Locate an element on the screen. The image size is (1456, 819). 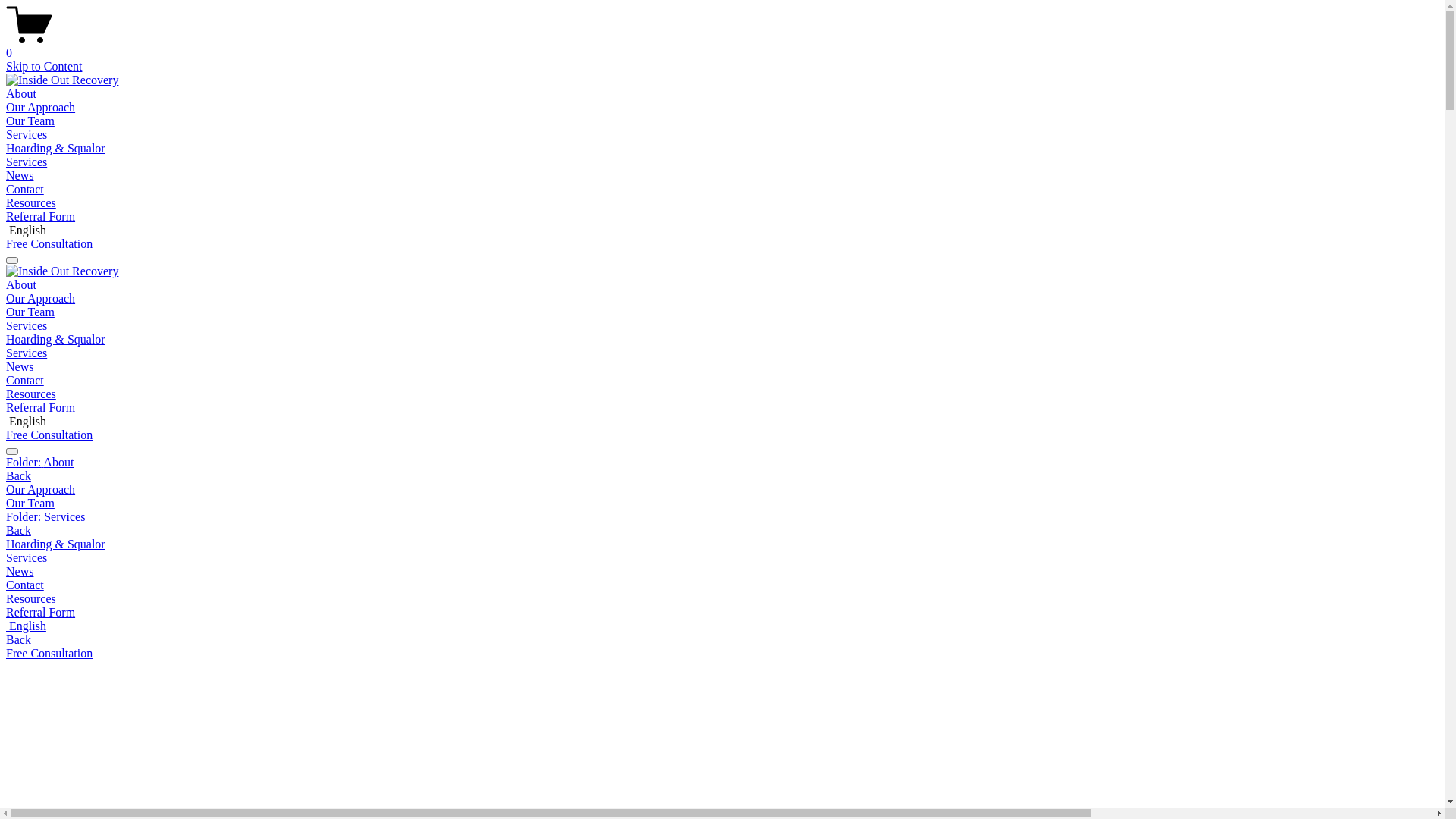
'0' is located at coordinates (721, 45).